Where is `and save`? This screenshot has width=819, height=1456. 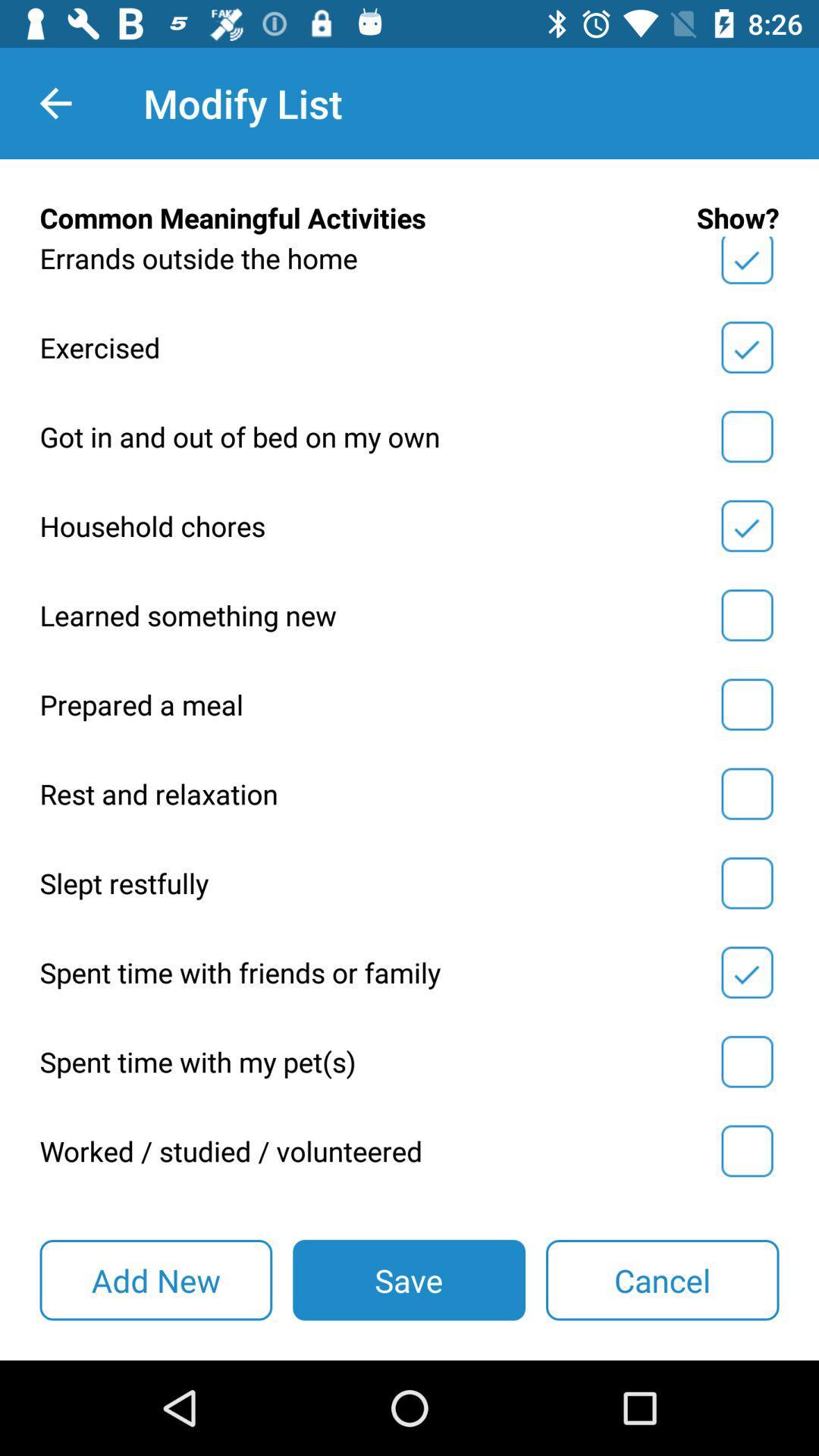
and save is located at coordinates (746, 526).